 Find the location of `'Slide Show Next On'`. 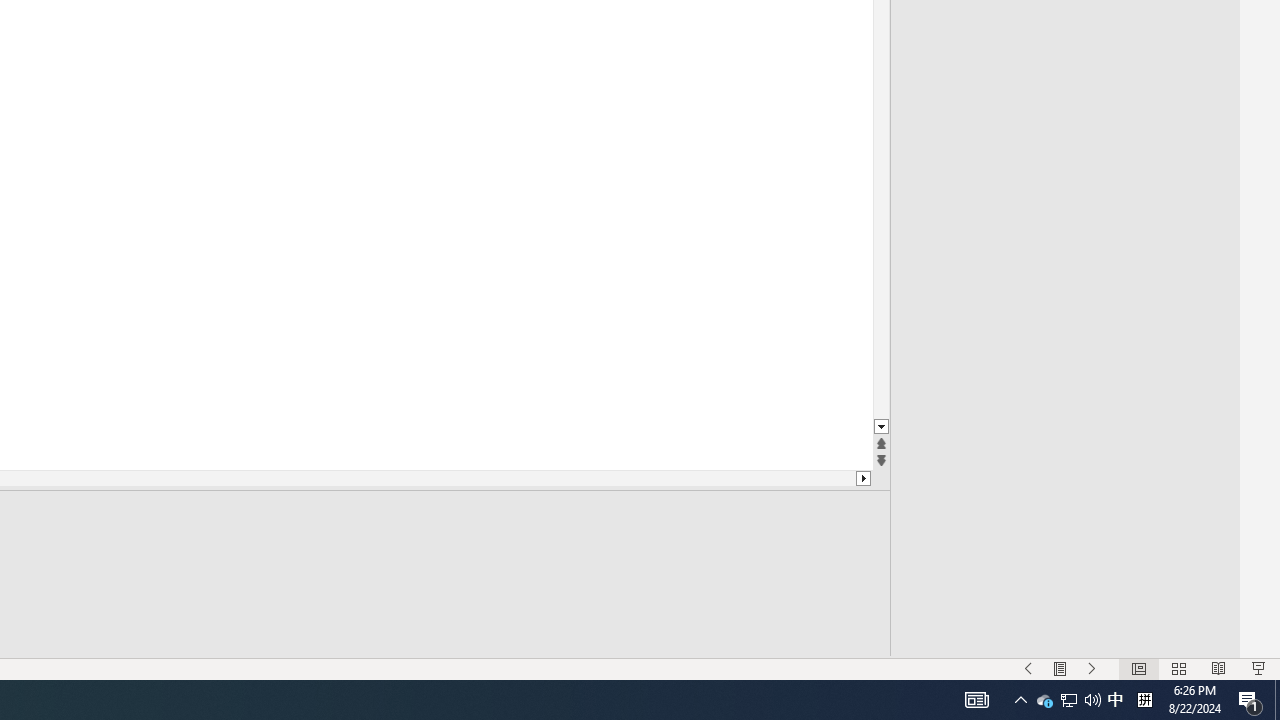

'Slide Show Next On' is located at coordinates (1091, 669).